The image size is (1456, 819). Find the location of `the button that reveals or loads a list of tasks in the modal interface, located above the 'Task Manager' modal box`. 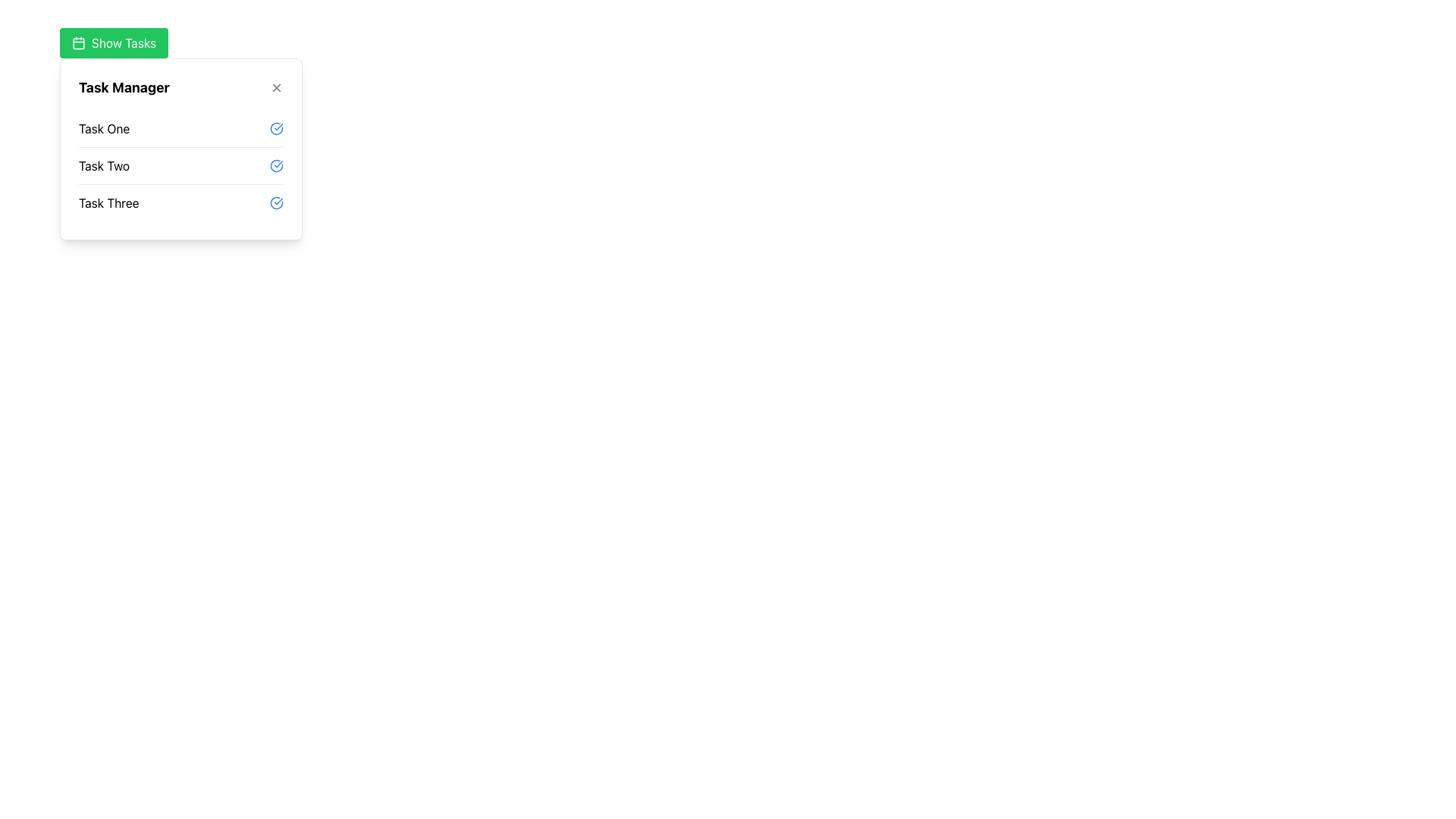

the button that reveals or loads a list of tasks in the modal interface, located above the 'Task Manager' modal box is located at coordinates (113, 42).